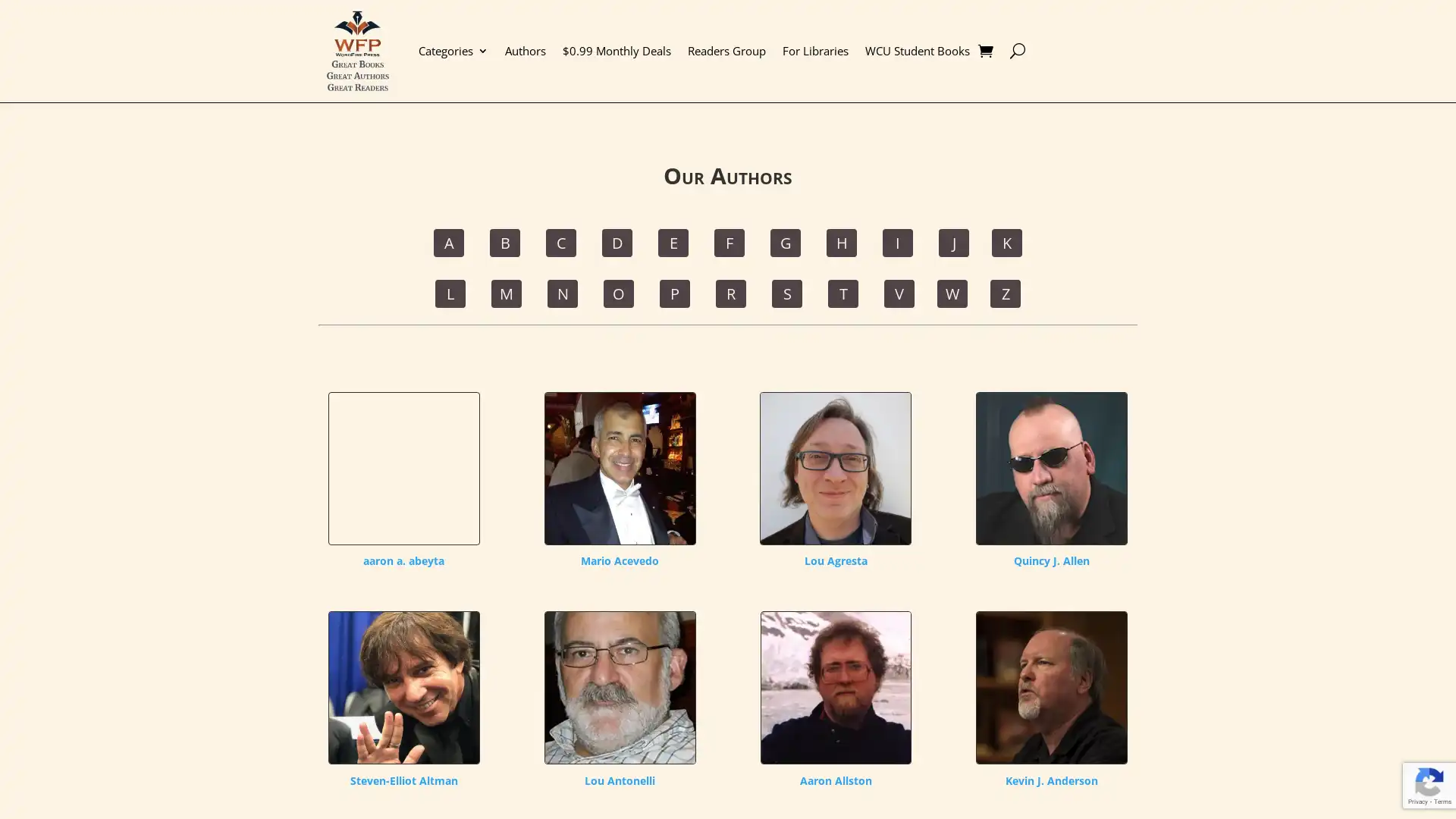 Image resolution: width=1456 pixels, height=819 pixels. Describe the element at coordinates (1005, 293) in the screenshot. I see `Z` at that location.